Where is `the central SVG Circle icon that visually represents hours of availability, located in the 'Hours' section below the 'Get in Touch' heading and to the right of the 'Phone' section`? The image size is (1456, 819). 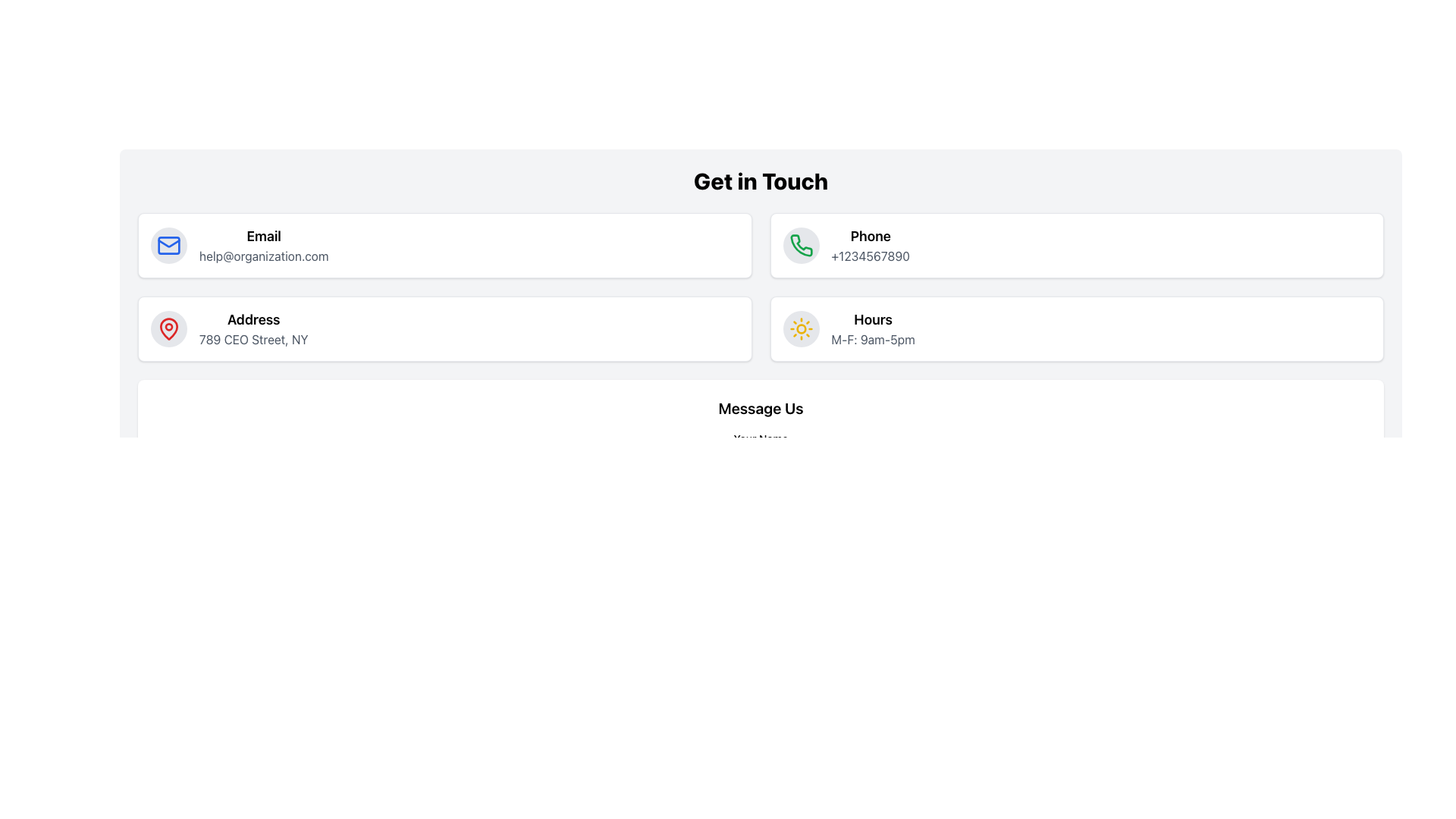 the central SVG Circle icon that visually represents hours of availability, located in the 'Hours' section below the 'Get in Touch' heading and to the right of the 'Phone' section is located at coordinates (800, 328).